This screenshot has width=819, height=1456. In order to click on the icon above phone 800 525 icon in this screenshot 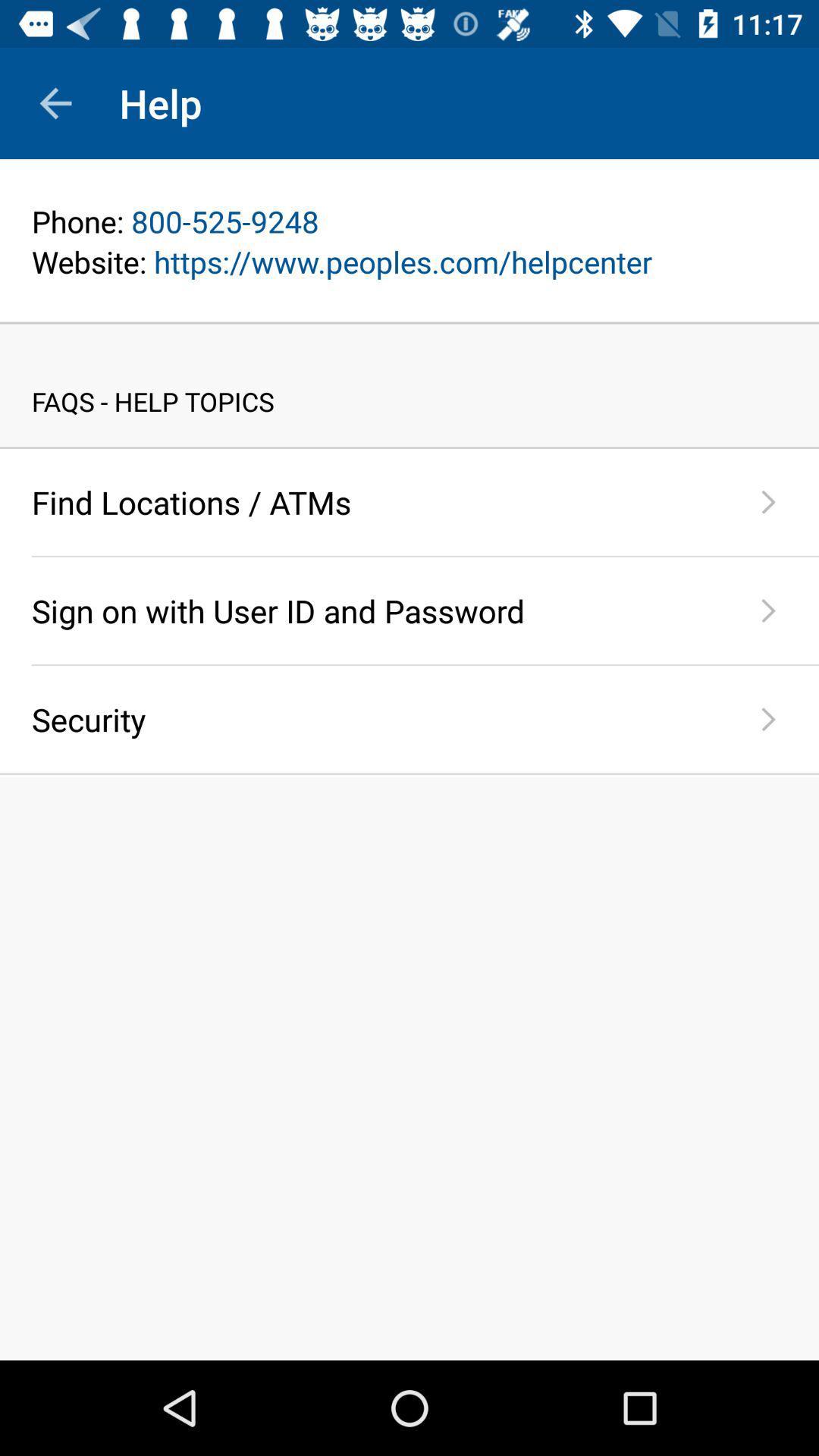, I will do `click(409, 199)`.